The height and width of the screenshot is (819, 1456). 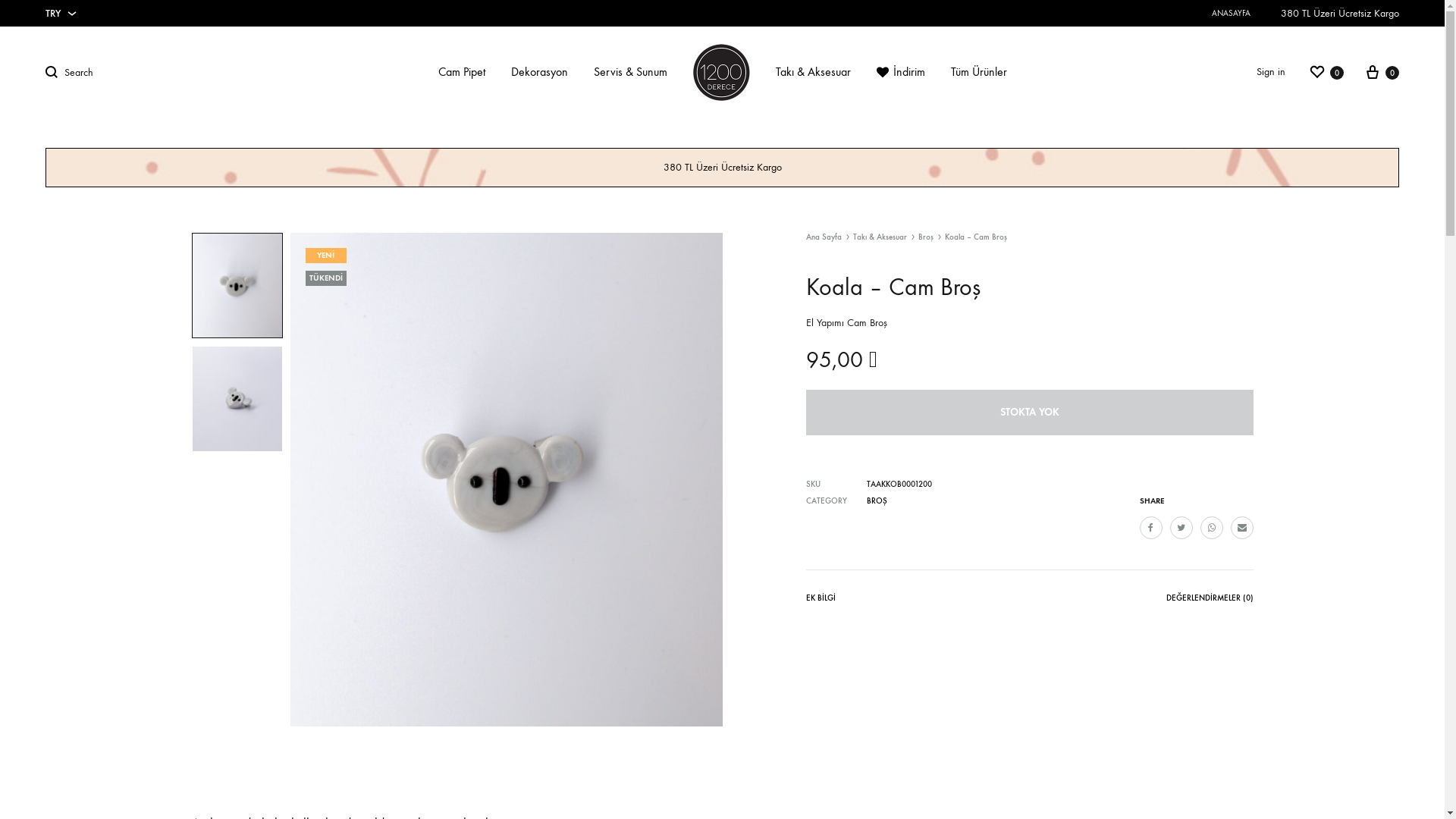 What do you see at coordinates (1307, 71) in the screenshot?
I see `'Wishlist` at bounding box center [1307, 71].